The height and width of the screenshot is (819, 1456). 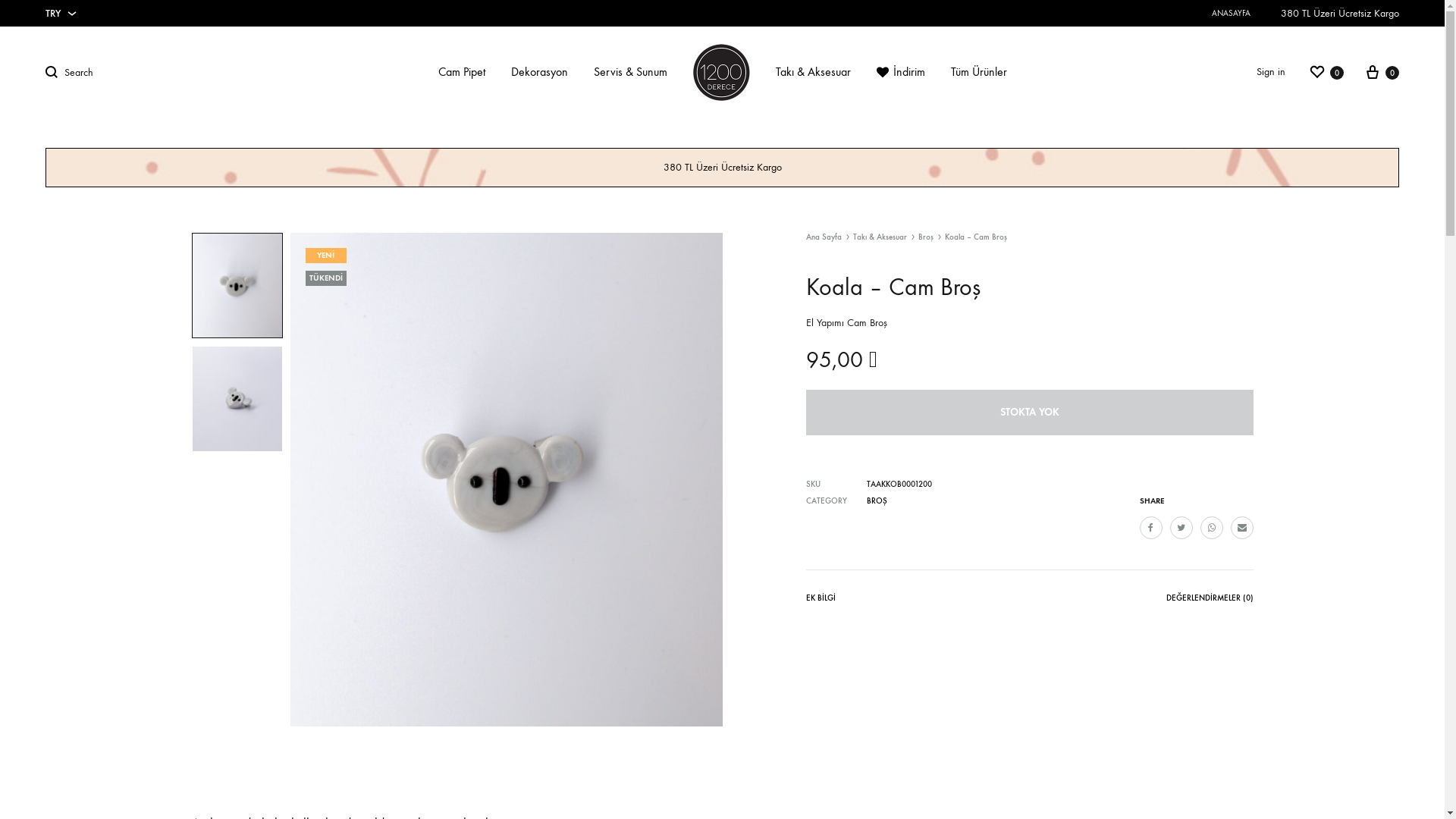 What do you see at coordinates (1307, 71) in the screenshot?
I see `'Wishlist` at bounding box center [1307, 71].